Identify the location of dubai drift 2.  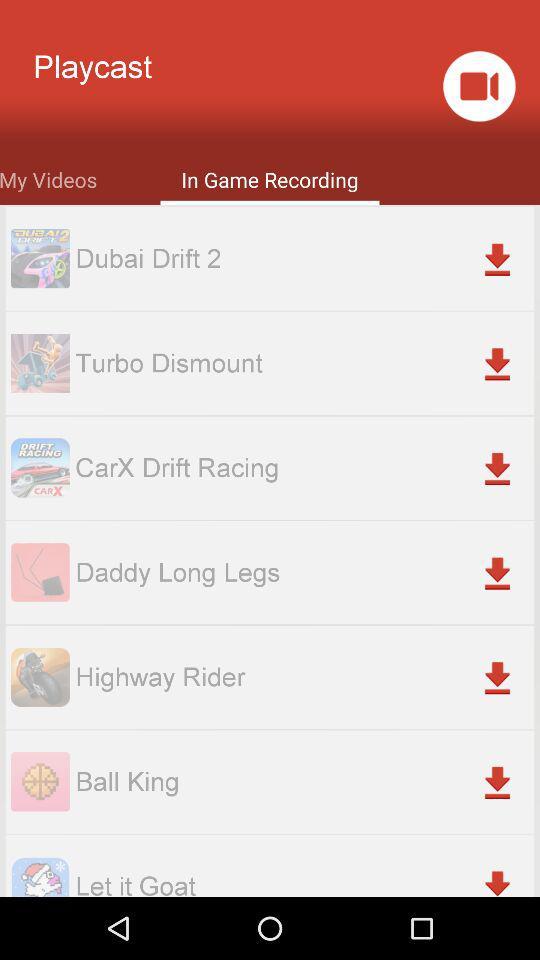
(303, 257).